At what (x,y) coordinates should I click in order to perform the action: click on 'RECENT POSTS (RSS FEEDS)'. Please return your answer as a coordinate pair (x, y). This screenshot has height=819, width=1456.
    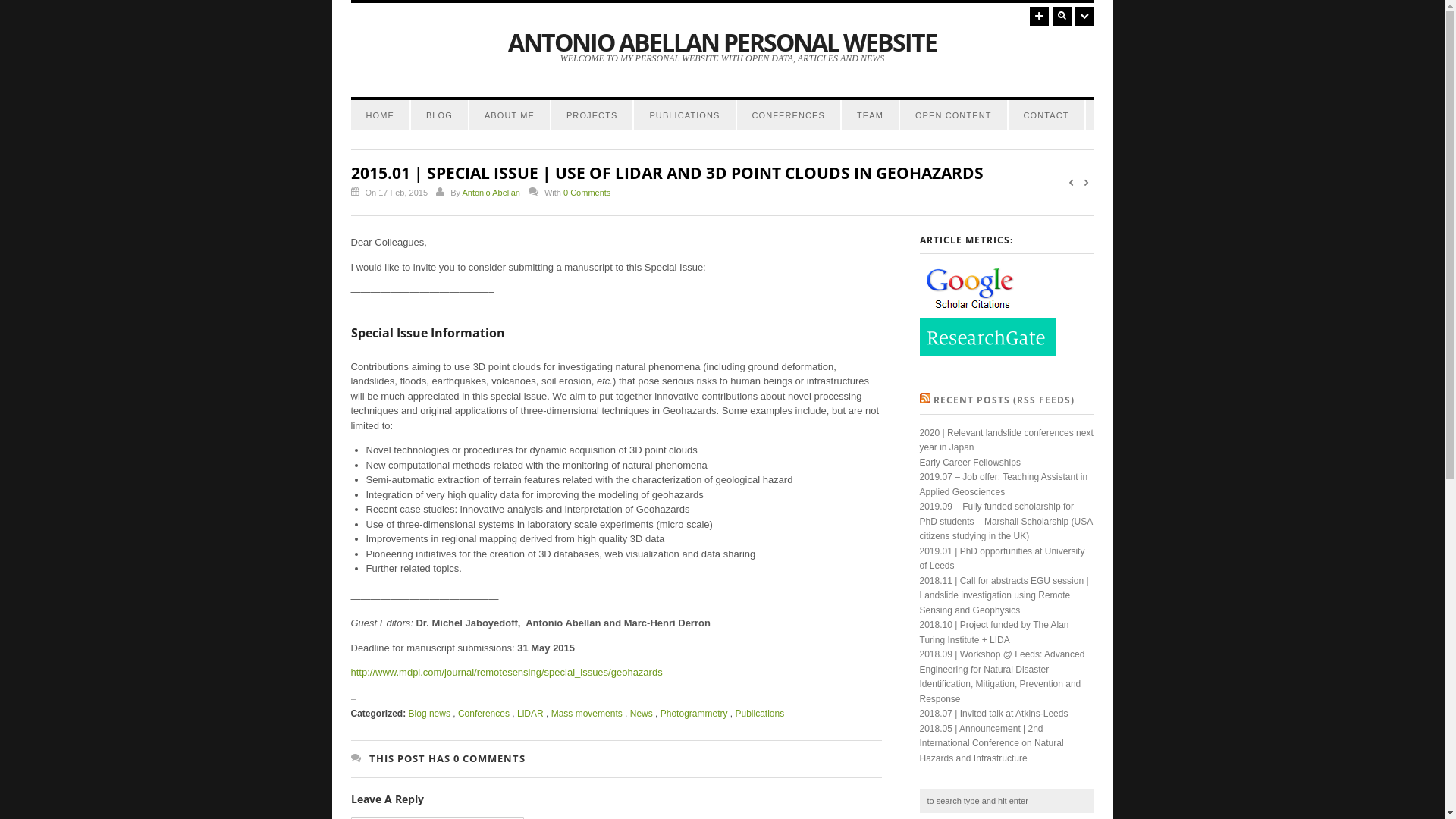
    Looking at the image, I should click on (1003, 399).